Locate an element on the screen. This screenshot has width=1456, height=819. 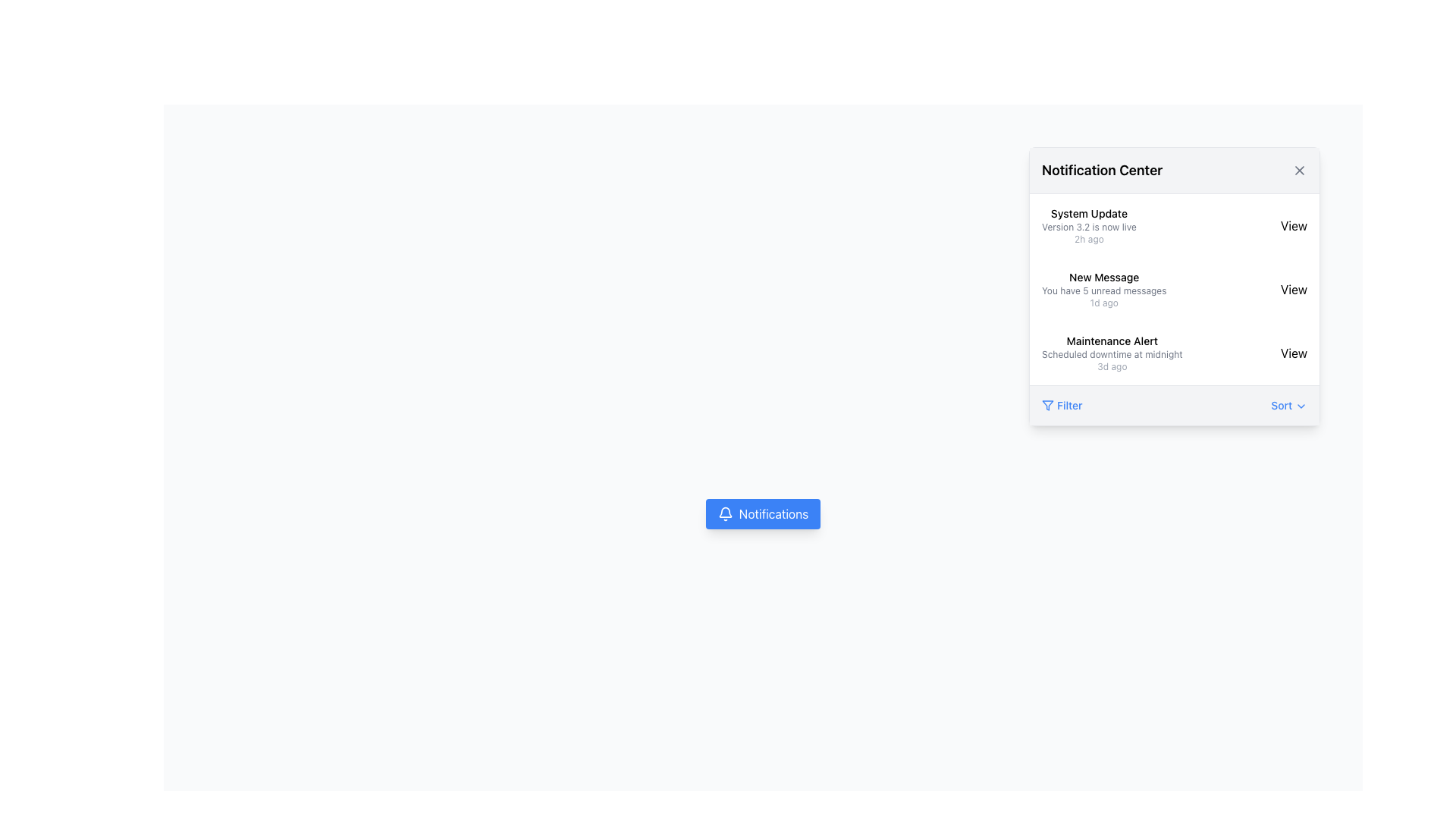
the first Notification entry in the Notification Center, which informs users about the 'System Update' event and contains a clickable 'View' link is located at coordinates (1174, 225).